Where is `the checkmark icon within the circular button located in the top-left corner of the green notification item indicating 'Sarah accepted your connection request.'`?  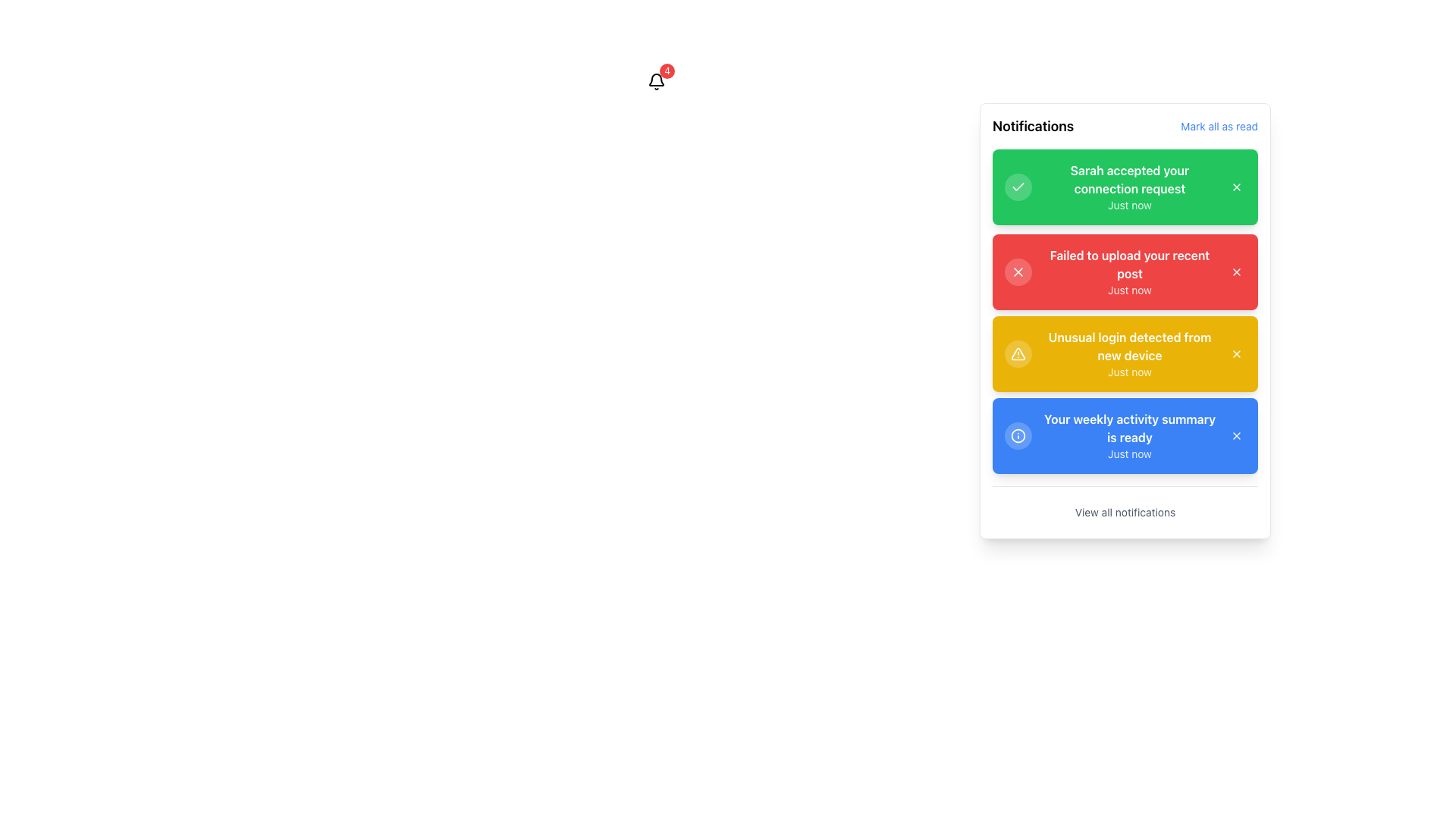 the checkmark icon within the circular button located in the top-left corner of the green notification item indicating 'Sarah accepted your connection request.' is located at coordinates (1018, 186).